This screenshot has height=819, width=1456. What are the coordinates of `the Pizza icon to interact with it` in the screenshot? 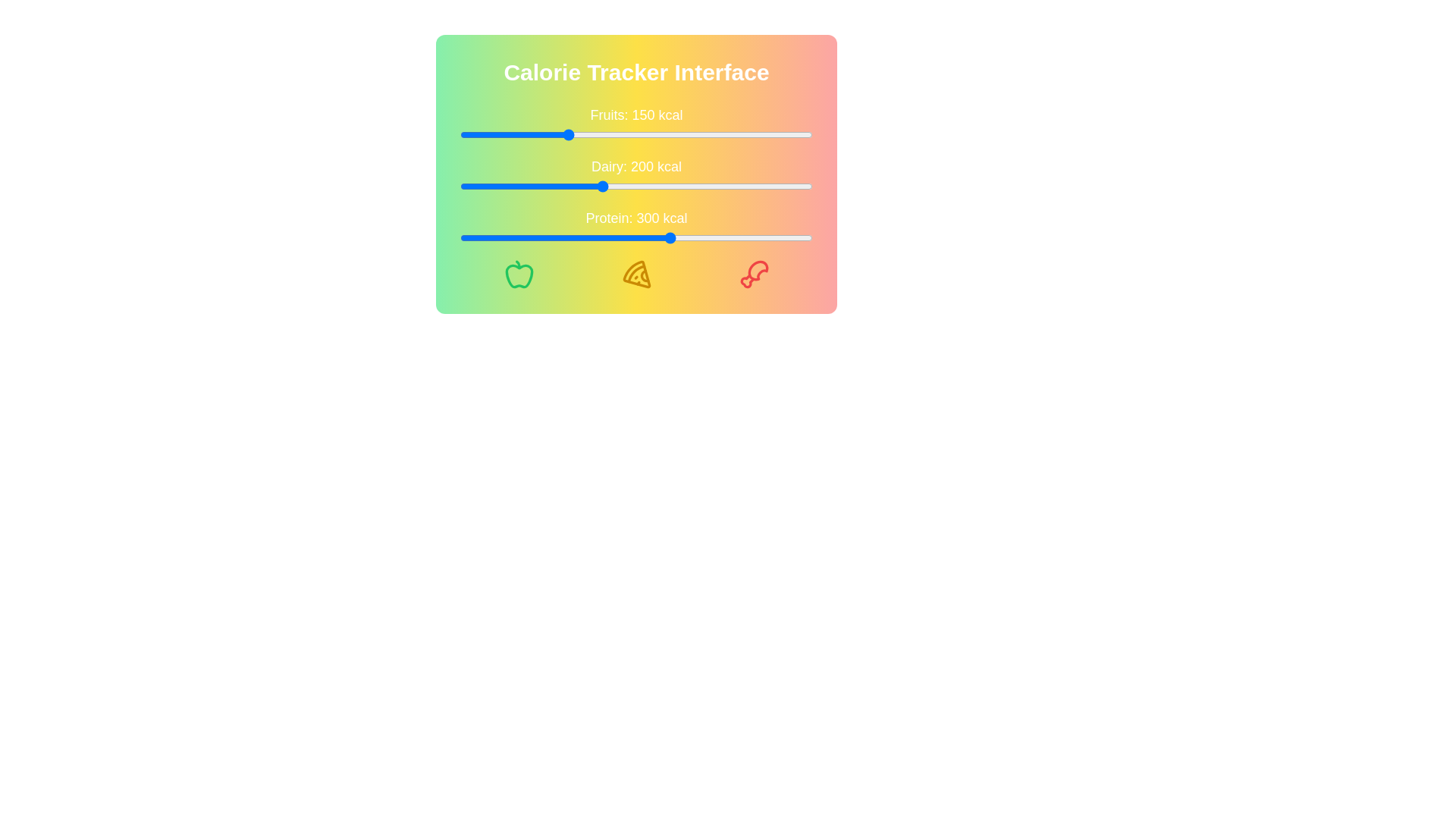 It's located at (636, 275).